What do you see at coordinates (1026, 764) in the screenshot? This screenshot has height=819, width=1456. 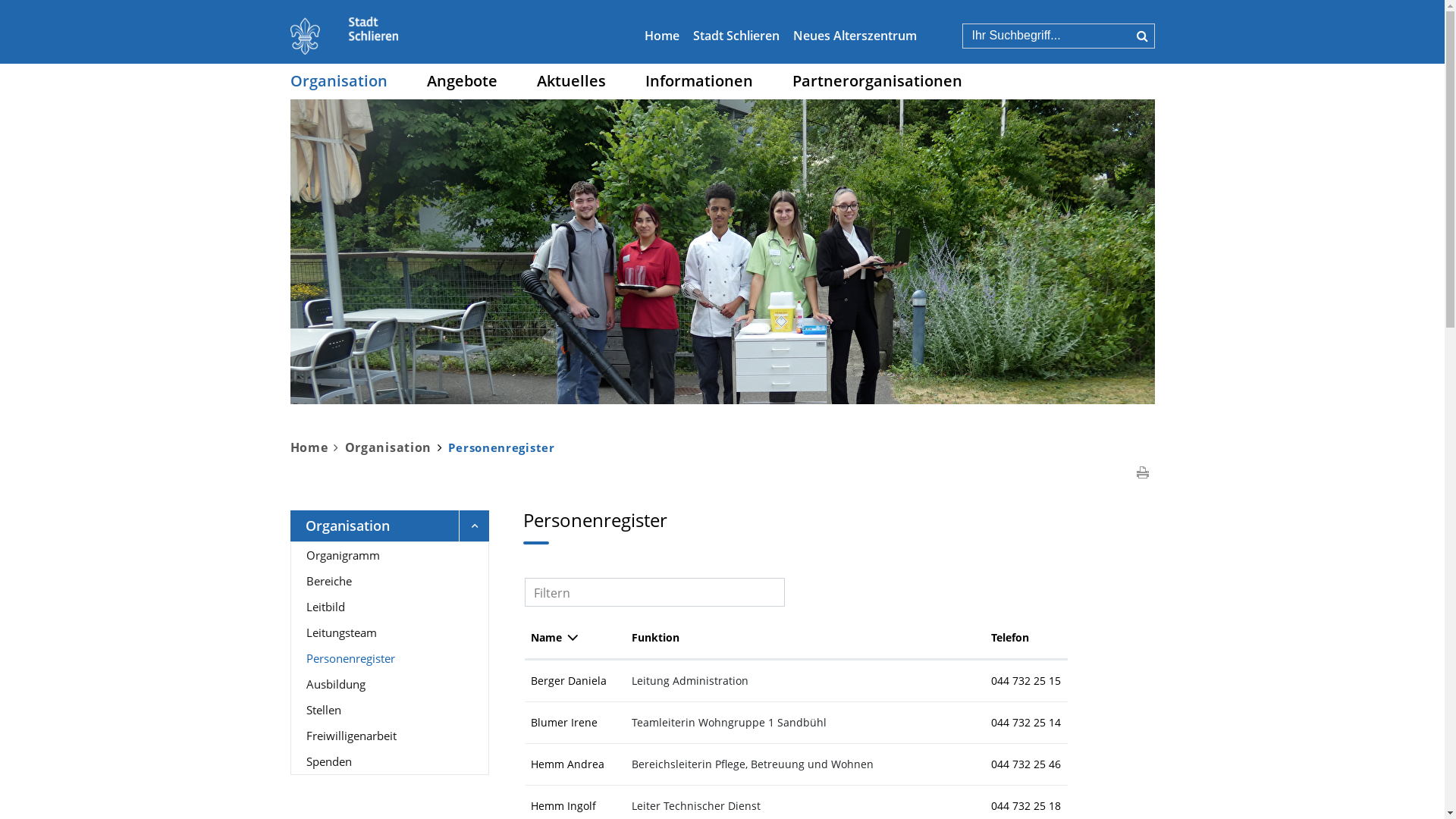 I see `'044 732 25 46'` at bounding box center [1026, 764].